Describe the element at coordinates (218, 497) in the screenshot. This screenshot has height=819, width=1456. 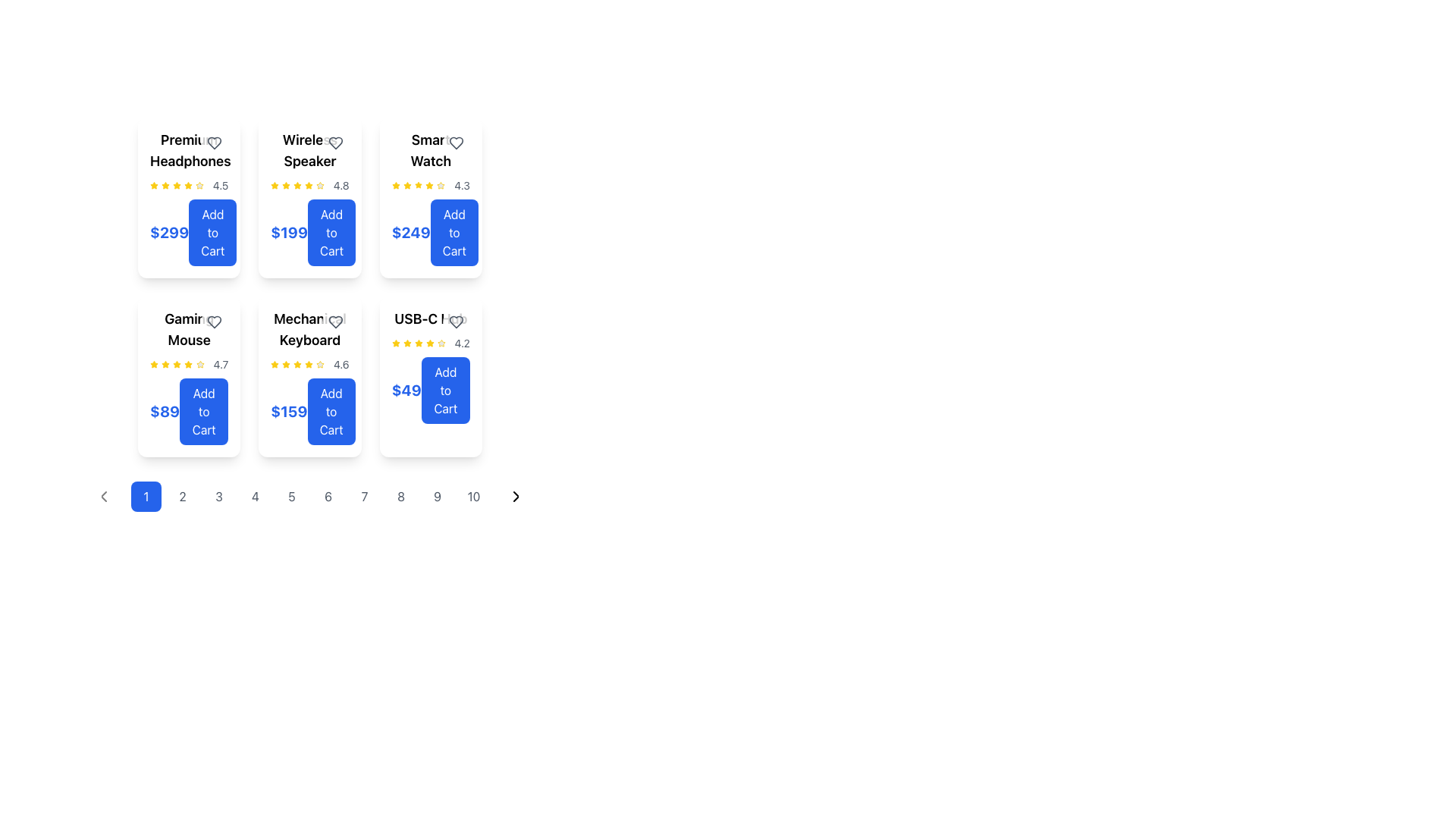
I see `the circular button with the grey number '3' centered inside` at that location.